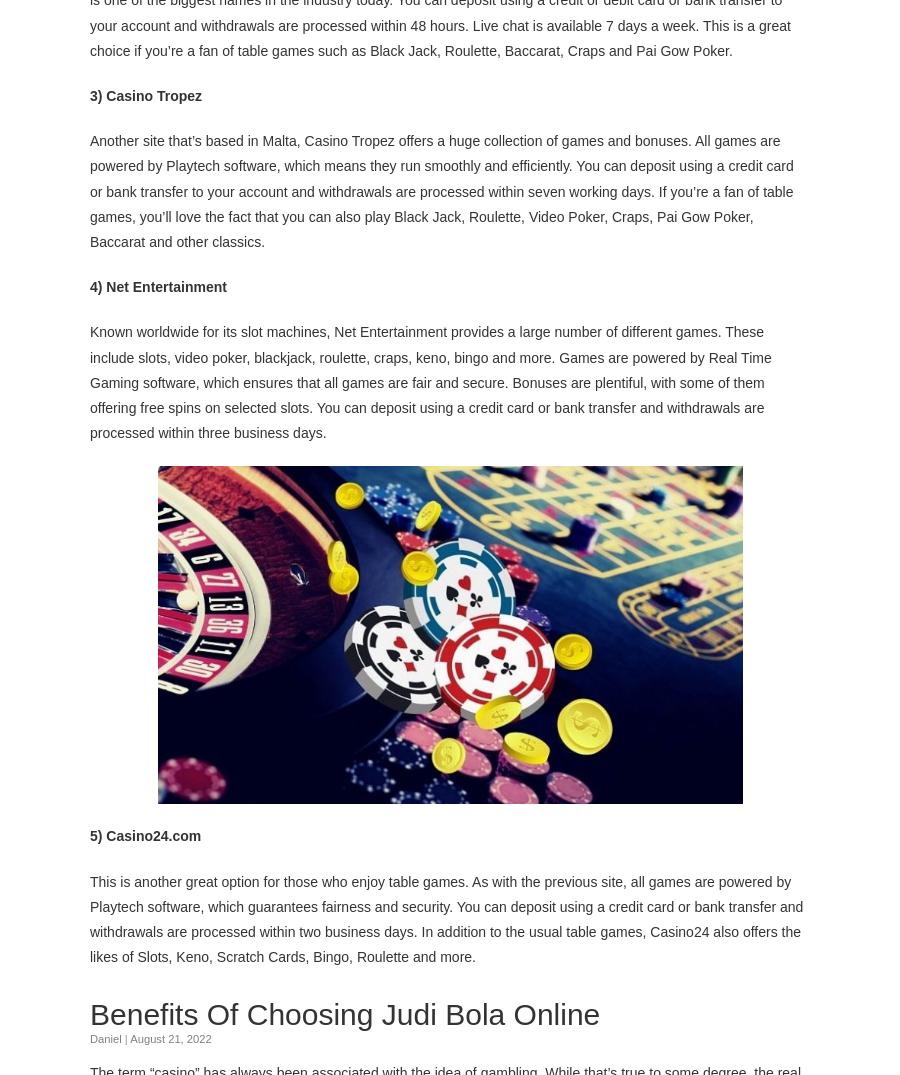 The width and height of the screenshot is (900, 1075). Describe the element at coordinates (104, 1038) in the screenshot. I see `'Daniel'` at that location.